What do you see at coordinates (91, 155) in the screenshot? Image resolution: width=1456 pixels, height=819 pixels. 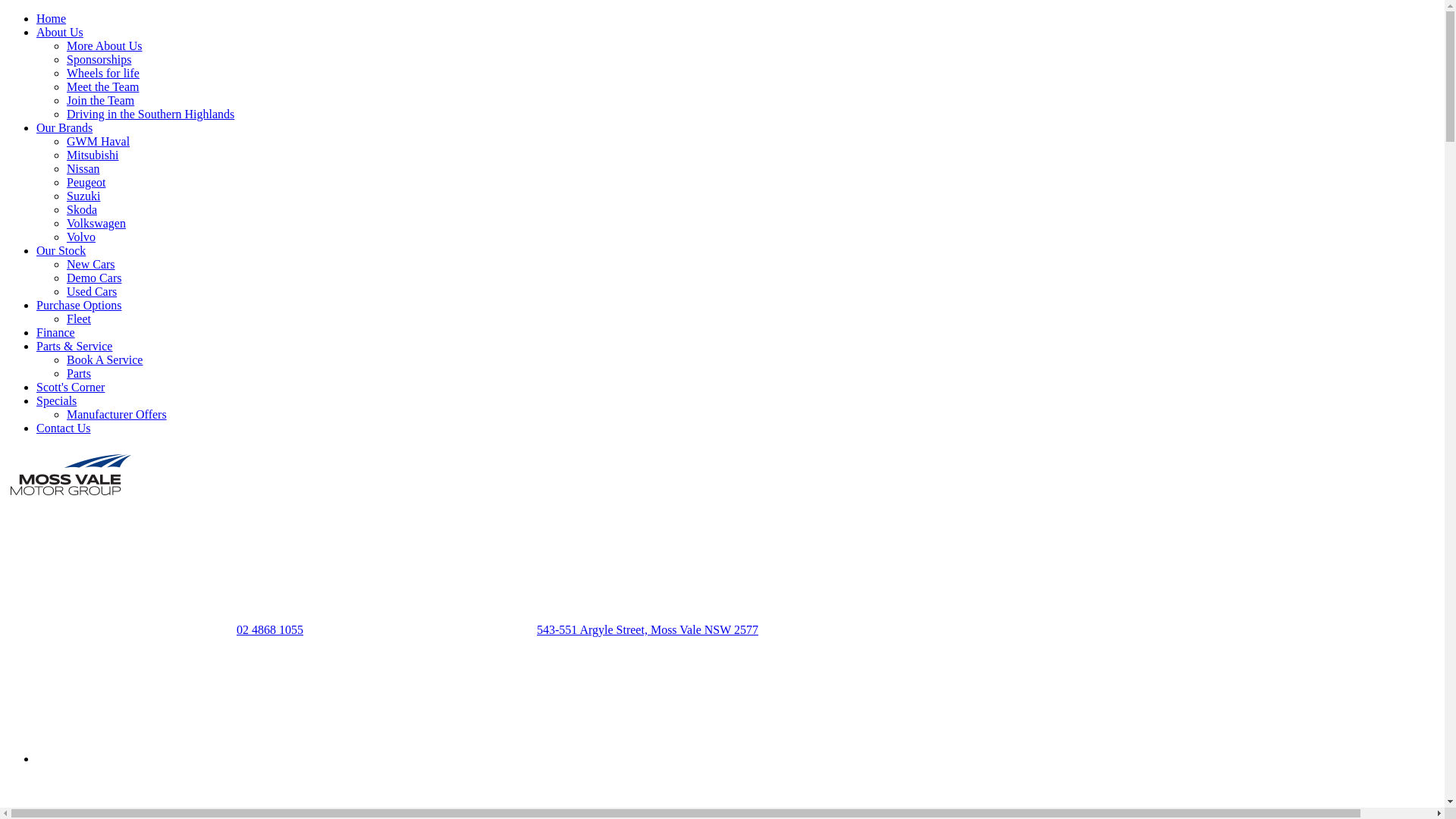 I see `'Mitsubishi'` at bounding box center [91, 155].